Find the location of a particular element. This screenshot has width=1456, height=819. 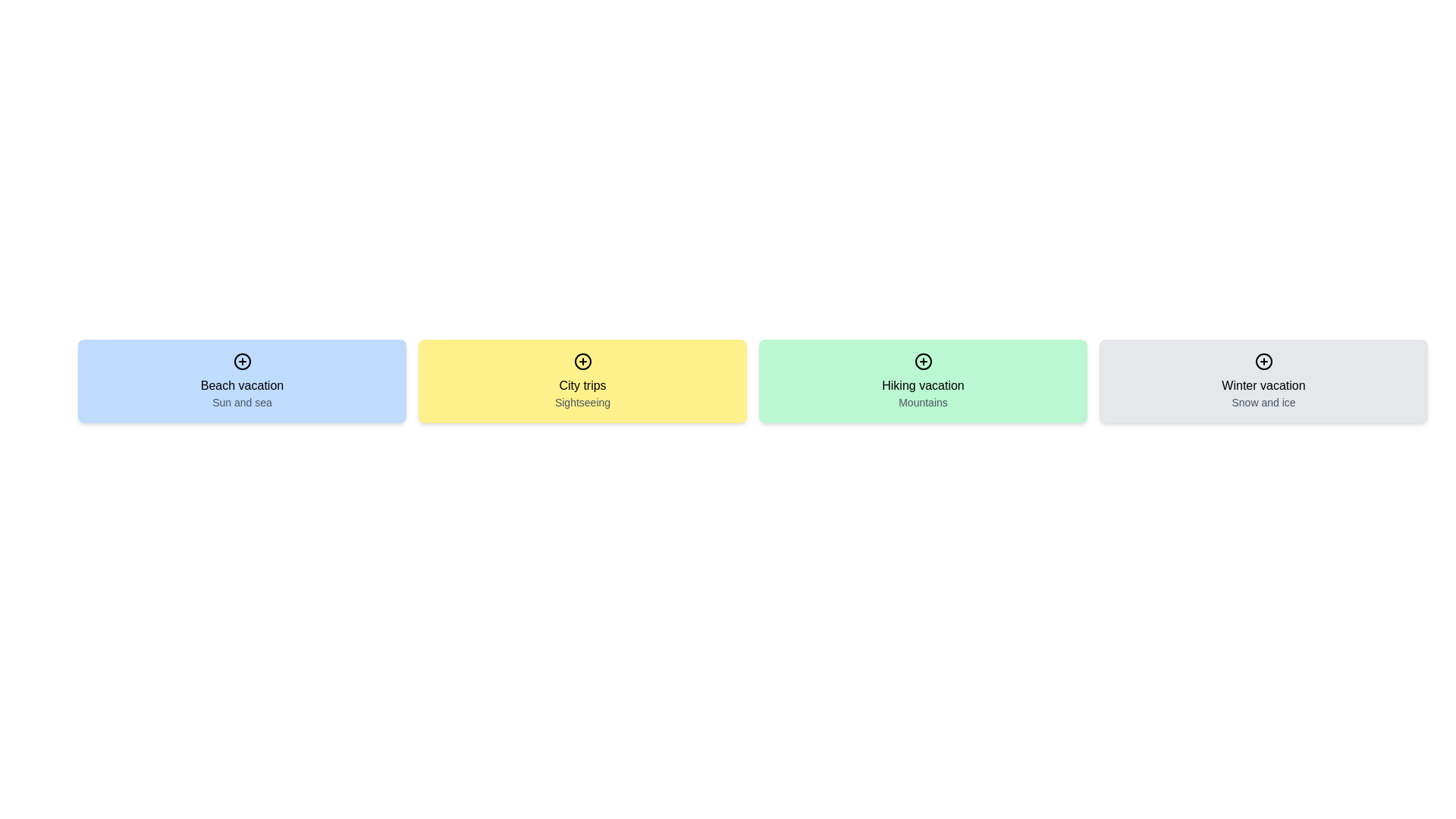

the 'City trips' static text label located in the middle-top area of the yellow card, which is the second card in a horizontal sequence of four cards is located at coordinates (582, 385).